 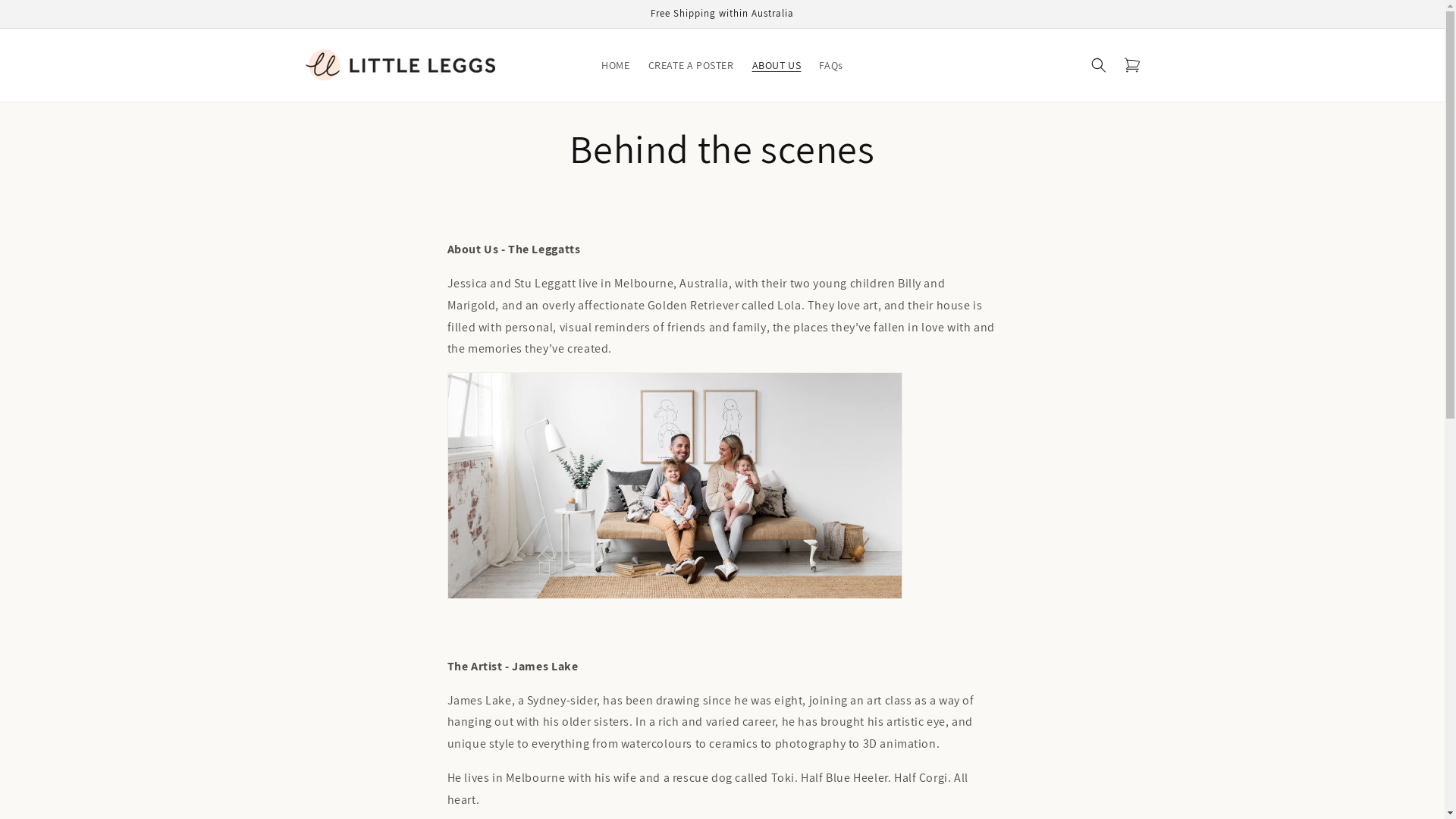 I want to click on 'ABOUT US', so click(x=742, y=64).